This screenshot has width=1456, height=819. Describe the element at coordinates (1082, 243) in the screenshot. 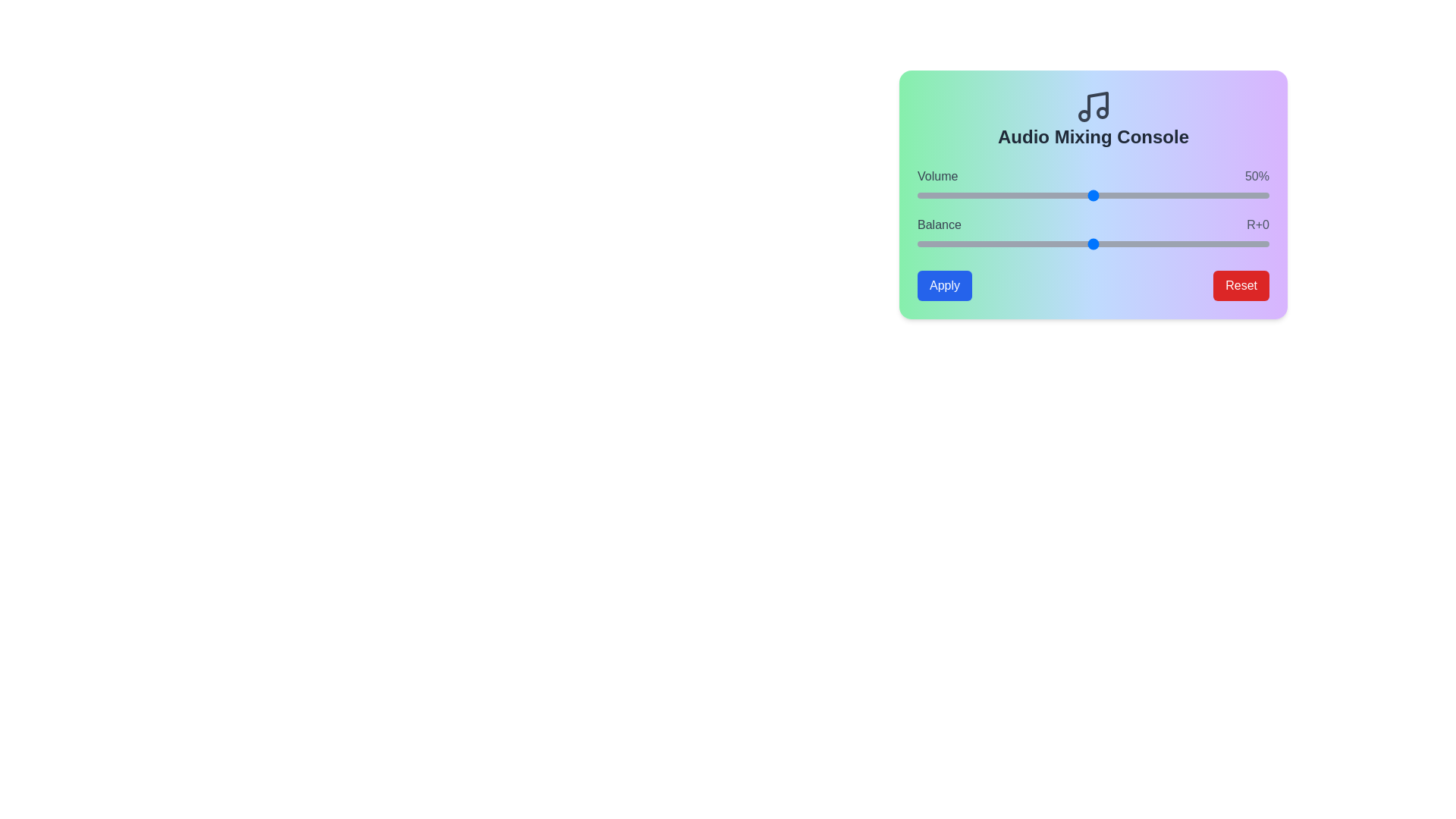

I see `balance` at that location.